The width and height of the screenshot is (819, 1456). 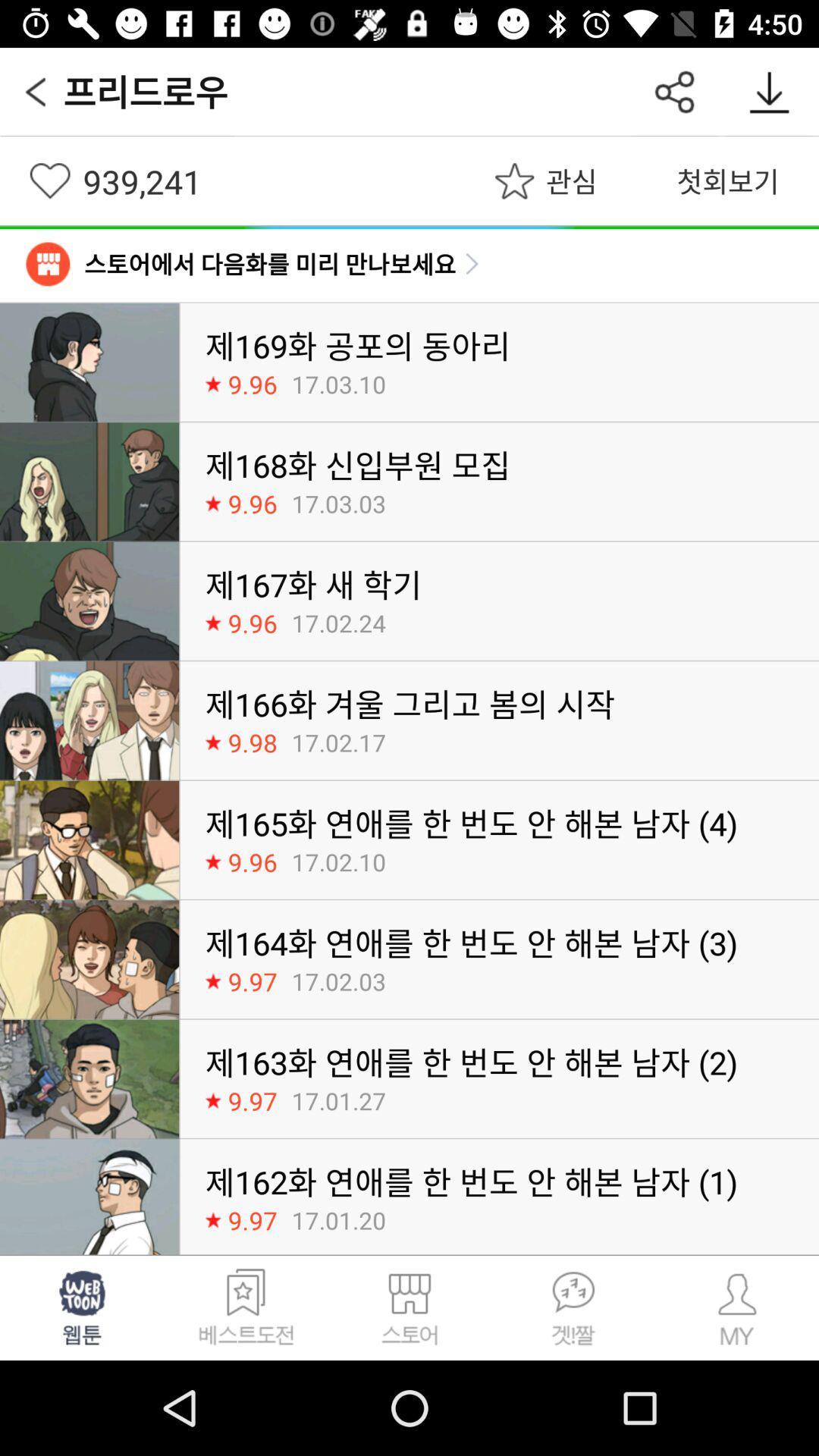 What do you see at coordinates (472, 264) in the screenshot?
I see `the right arrow mark` at bounding box center [472, 264].